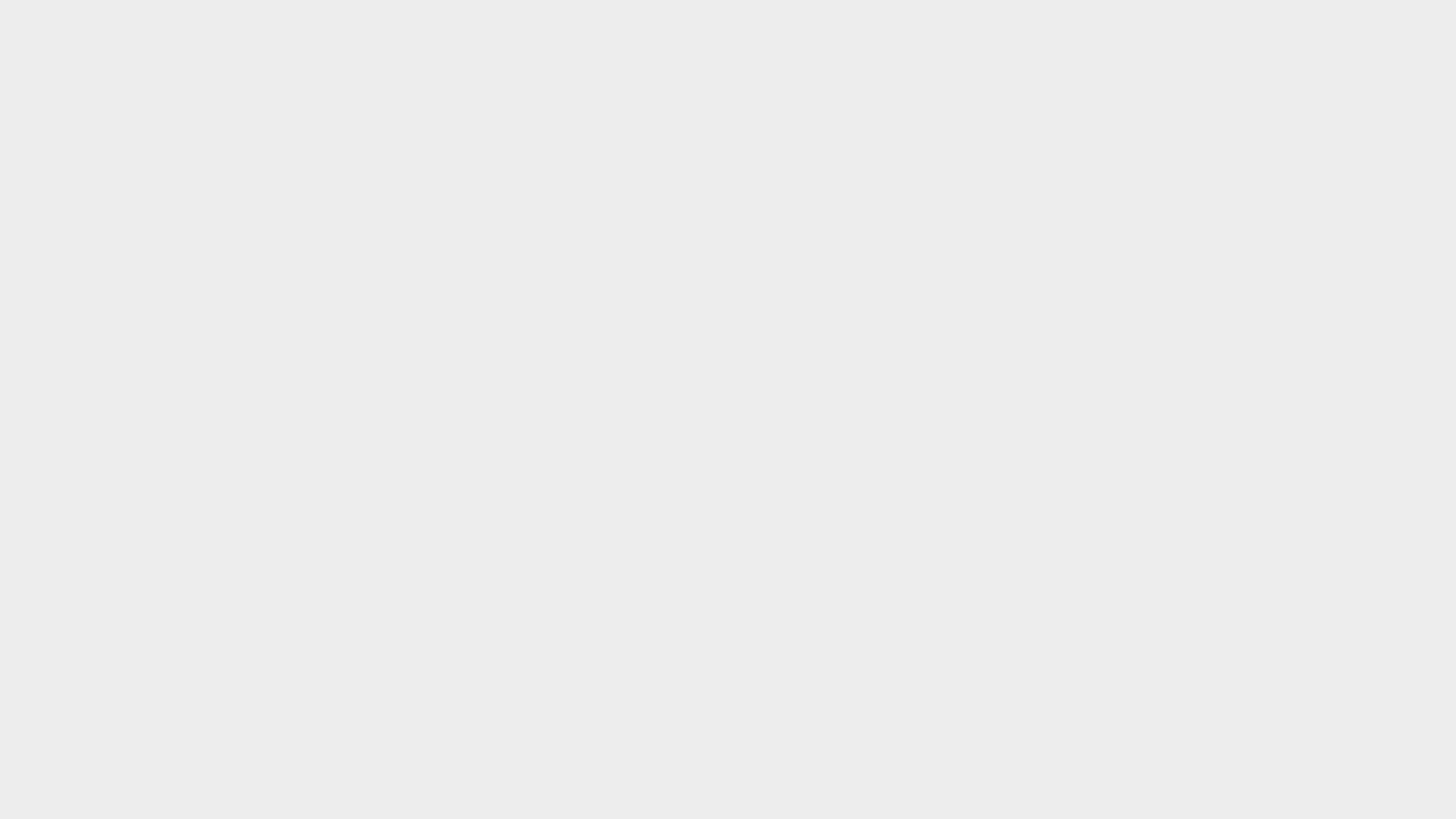 The image size is (1456, 819). What do you see at coordinates (500, 93) in the screenshot?
I see `'Home'` at bounding box center [500, 93].